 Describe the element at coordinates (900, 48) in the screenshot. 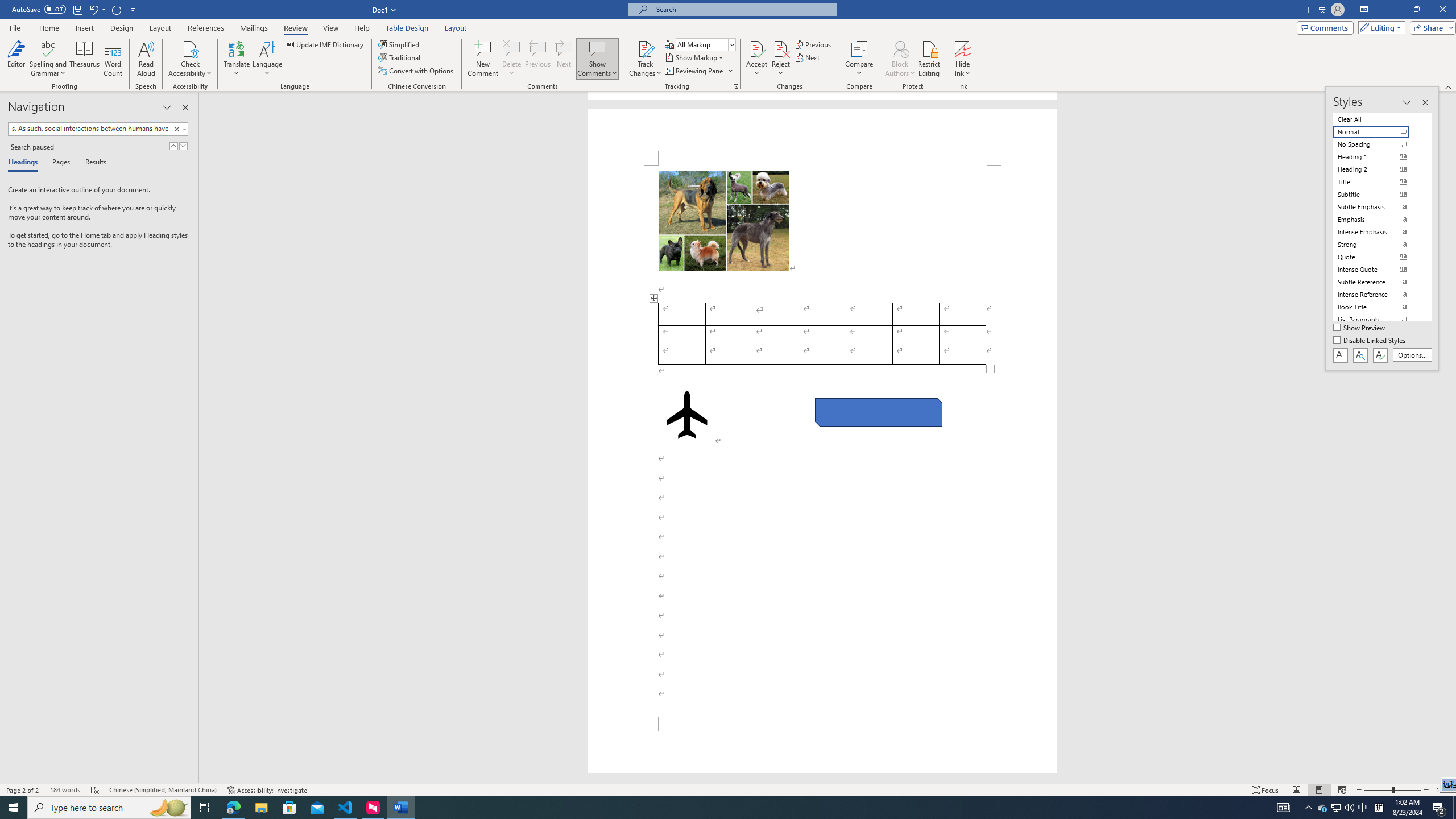

I see `'Block Authors'` at that location.